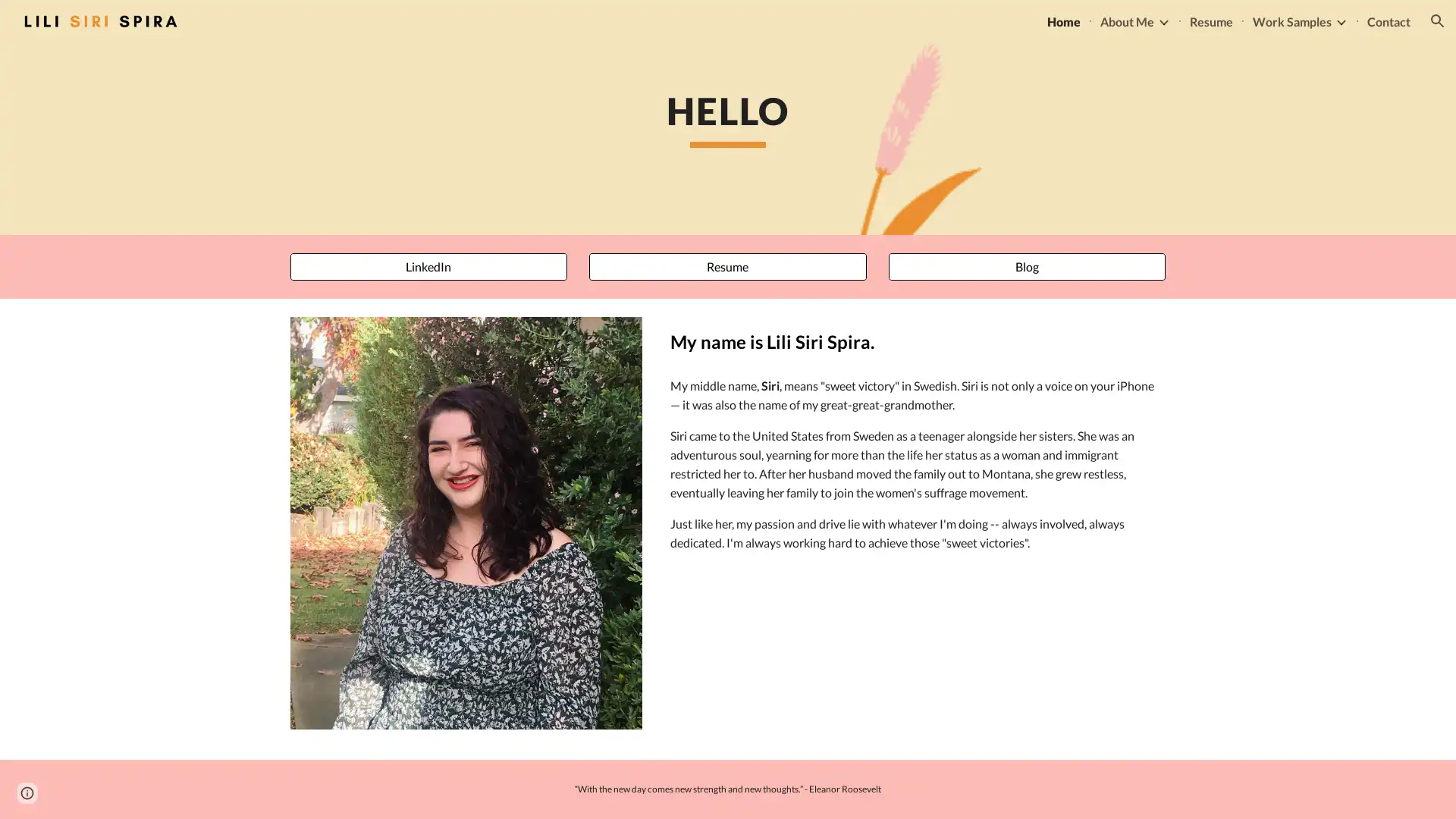 This screenshot has width=1456, height=819. Describe the element at coordinates (892, 341) in the screenshot. I see `Copy heading link` at that location.